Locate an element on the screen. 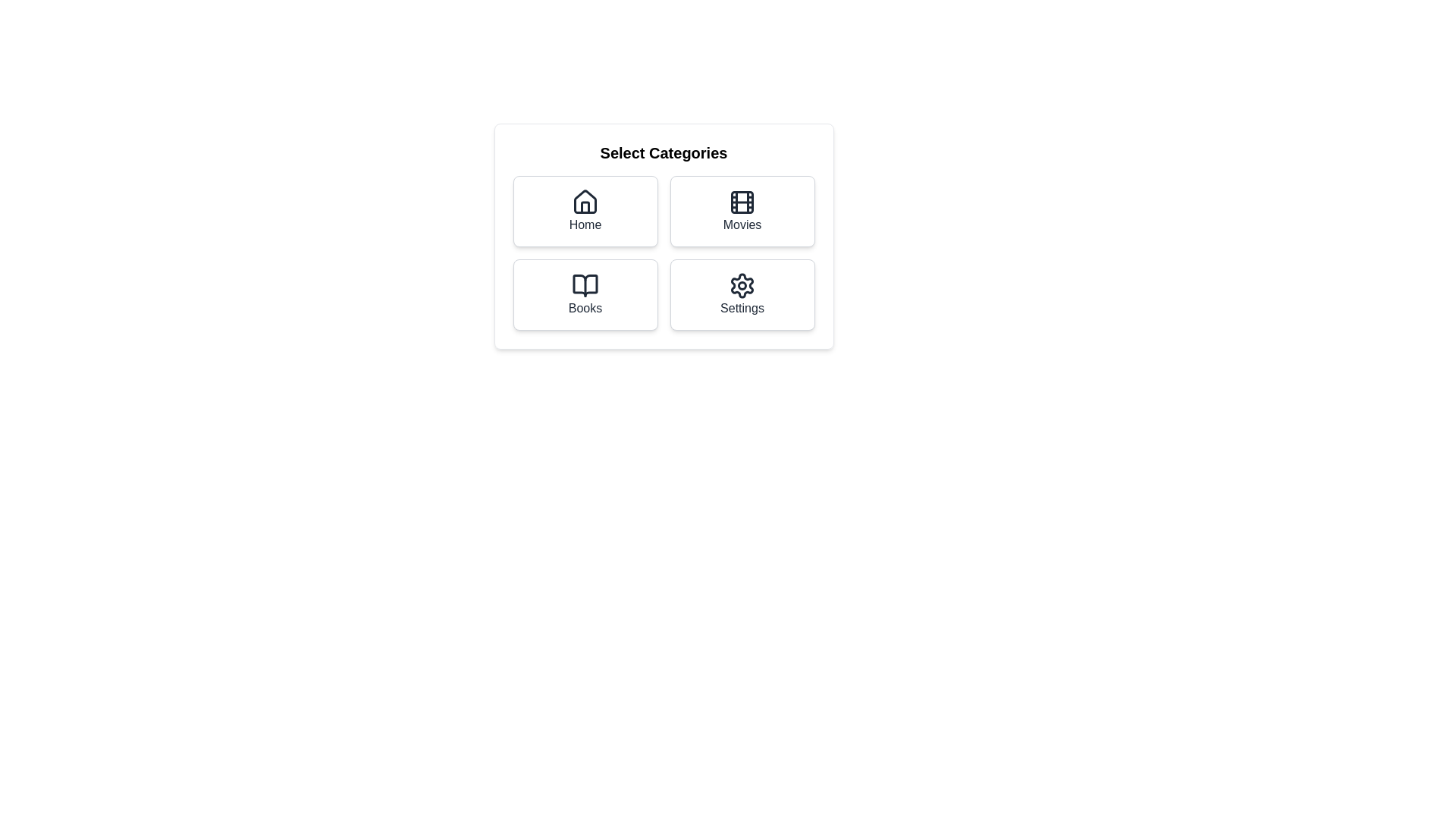 This screenshot has width=1456, height=819. the category Movies is located at coordinates (742, 211).